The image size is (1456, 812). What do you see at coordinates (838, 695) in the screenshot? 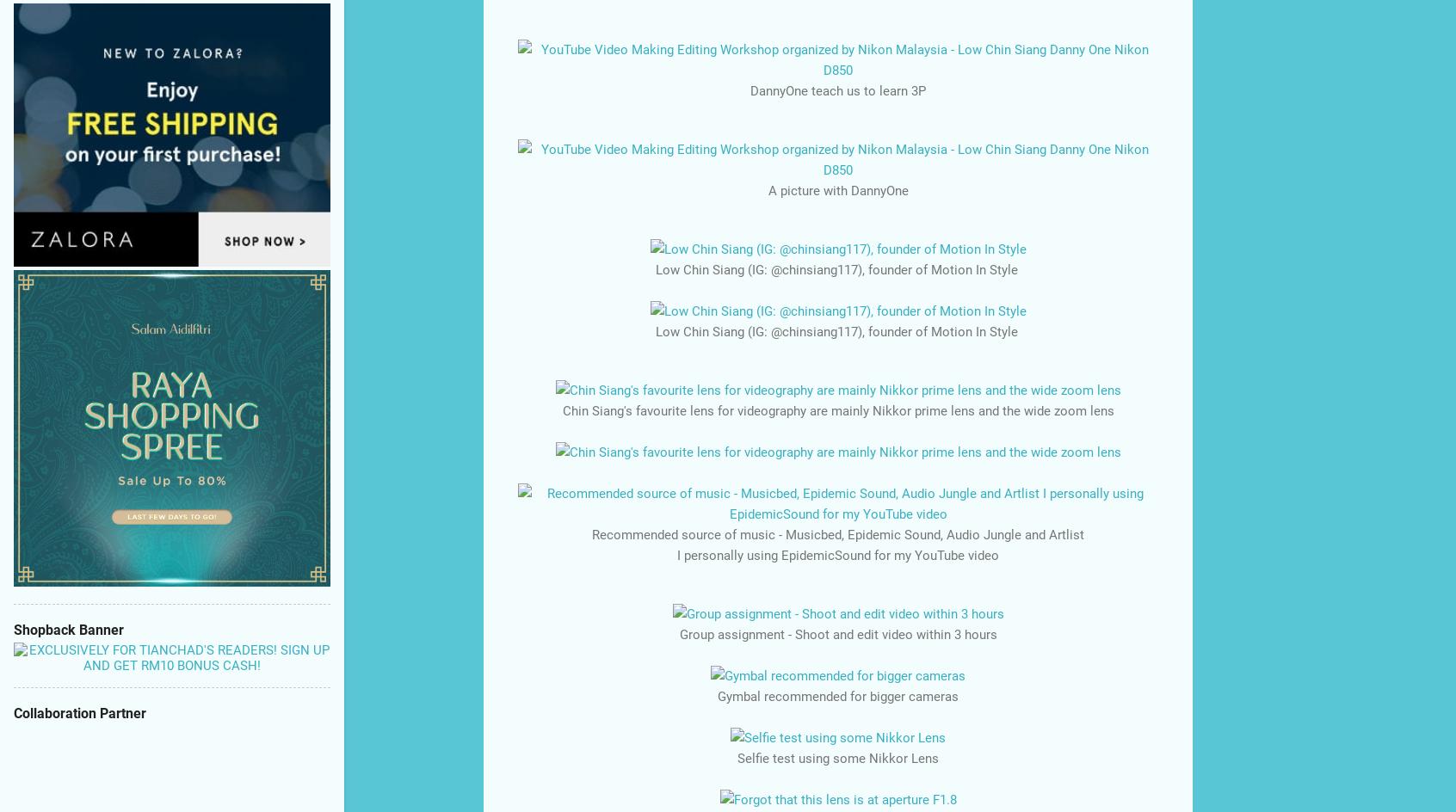
I see `'Gymbal recommended for bigger cameras'` at bounding box center [838, 695].